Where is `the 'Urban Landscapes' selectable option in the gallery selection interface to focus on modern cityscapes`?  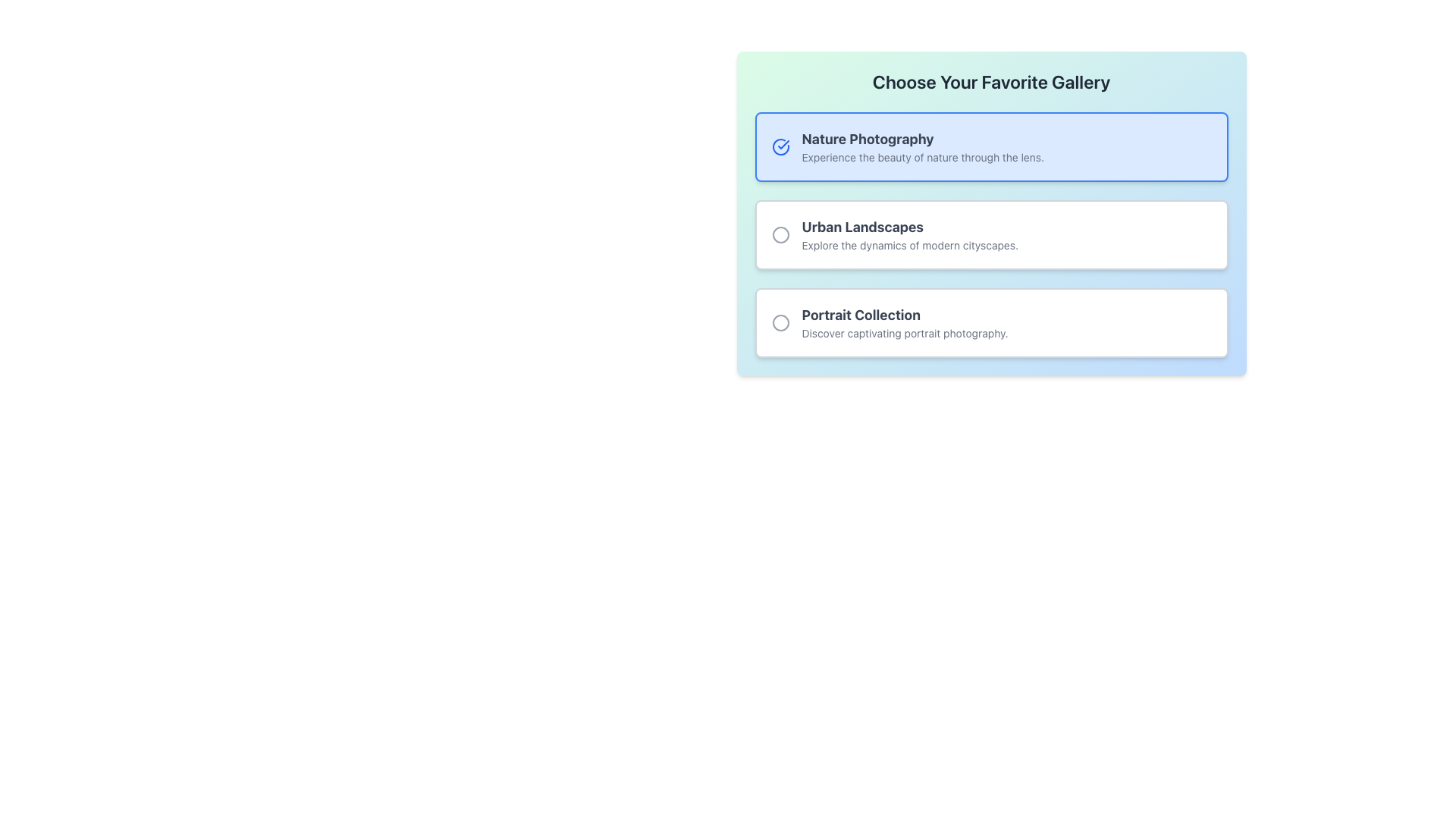
the 'Urban Landscapes' selectable option in the gallery selection interface to focus on modern cityscapes is located at coordinates (910, 234).